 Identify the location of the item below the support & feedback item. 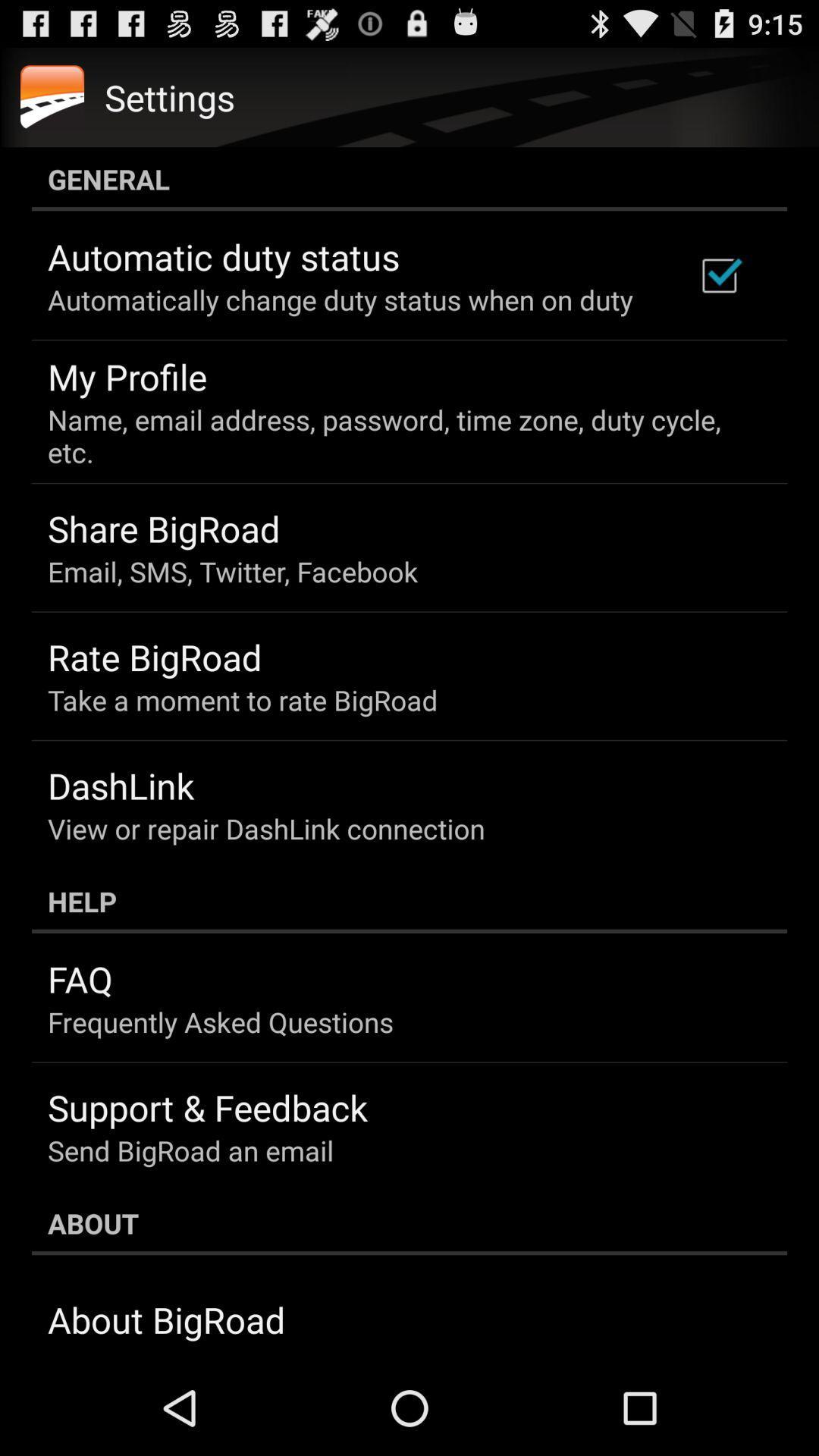
(190, 1150).